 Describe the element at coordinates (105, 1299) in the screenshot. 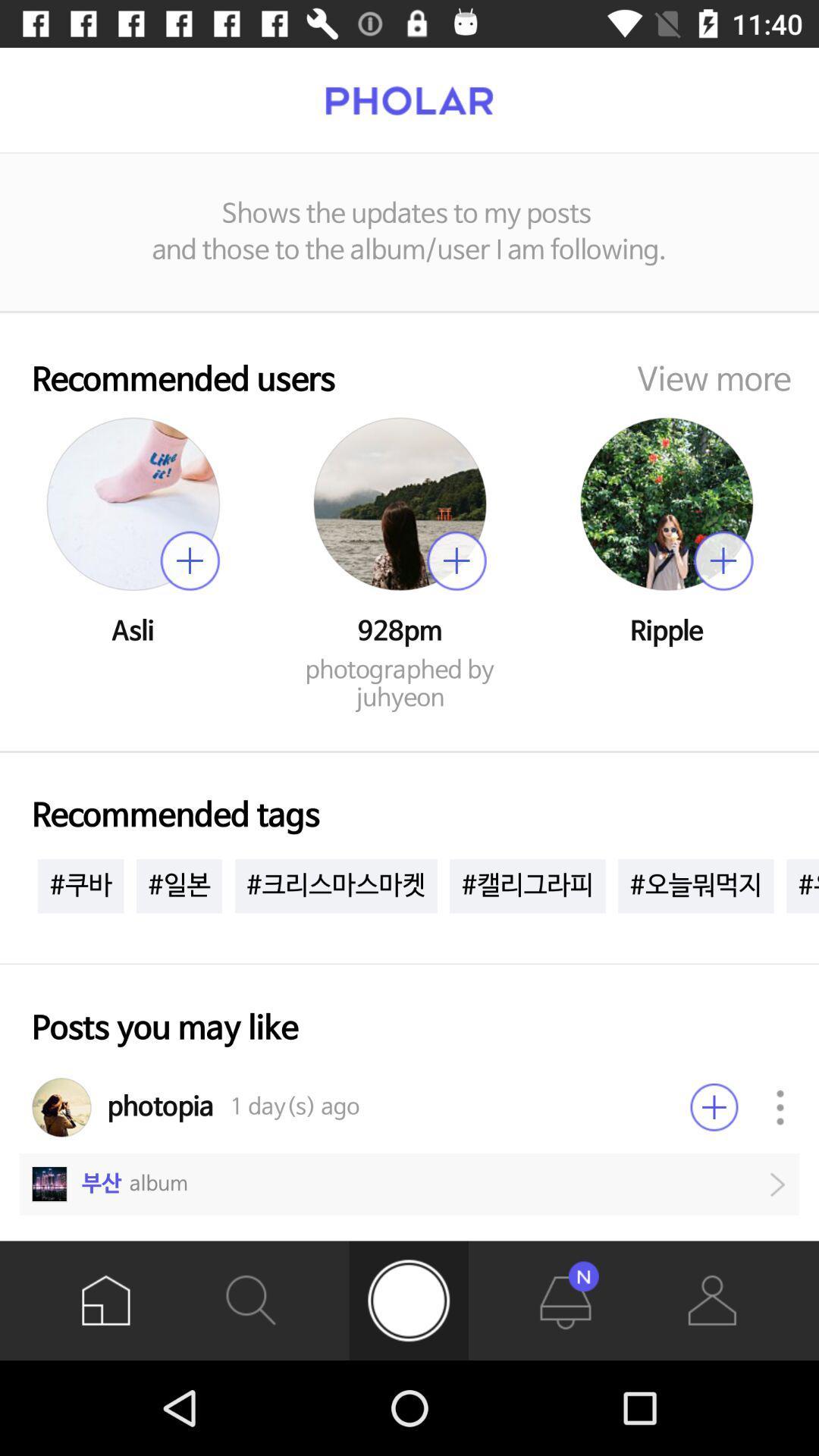

I see `the home icon` at that location.